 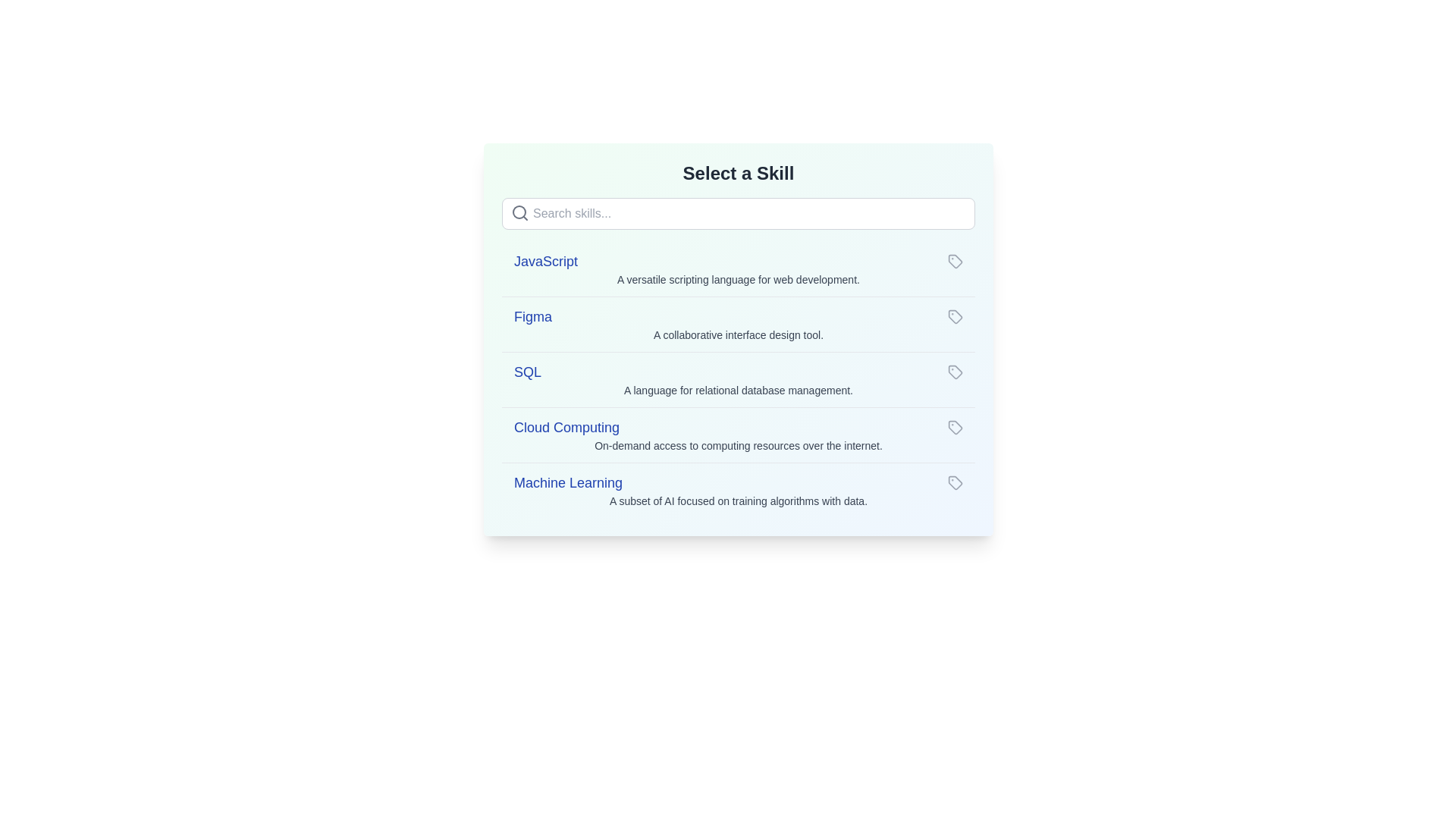 What do you see at coordinates (739, 378) in the screenshot?
I see `the third list item that provides information about the 'SQL' skill` at bounding box center [739, 378].